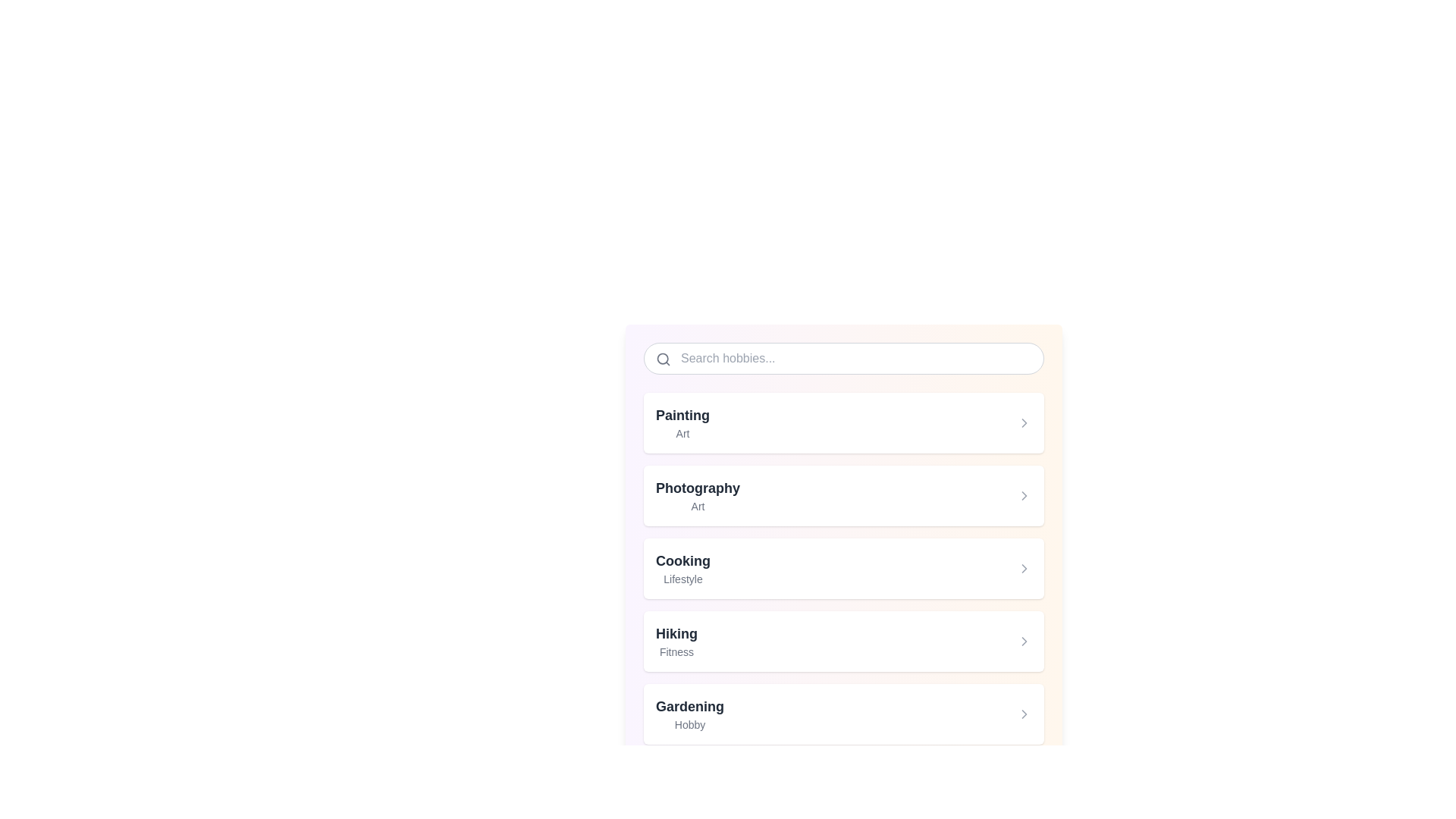 This screenshot has height=819, width=1456. Describe the element at coordinates (682, 561) in the screenshot. I see `the 'Cooking' text label, which is styled in bold and larger font, located within the third card of a vertically stacked list of categories` at that location.